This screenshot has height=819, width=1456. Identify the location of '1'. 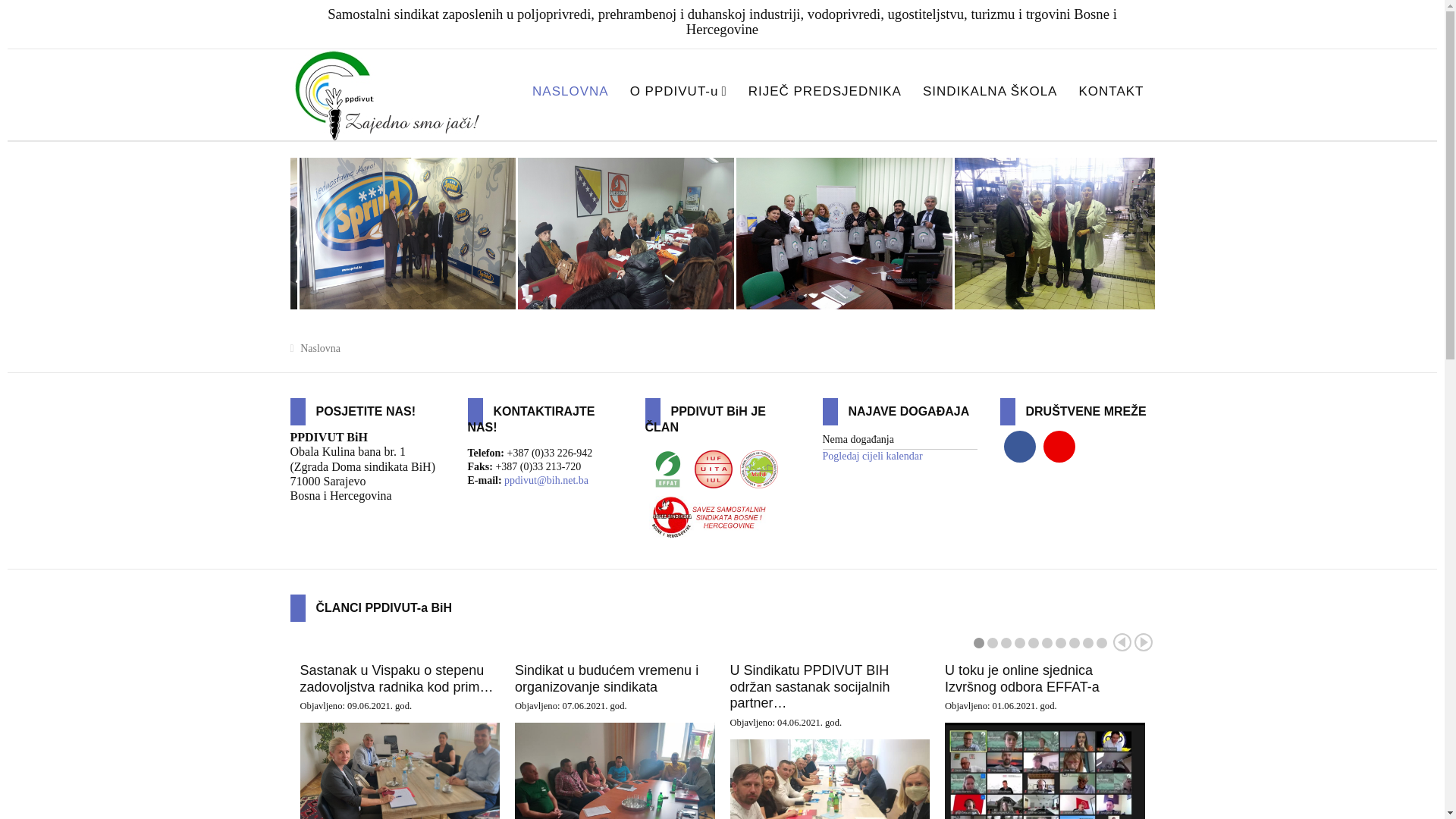
(979, 643).